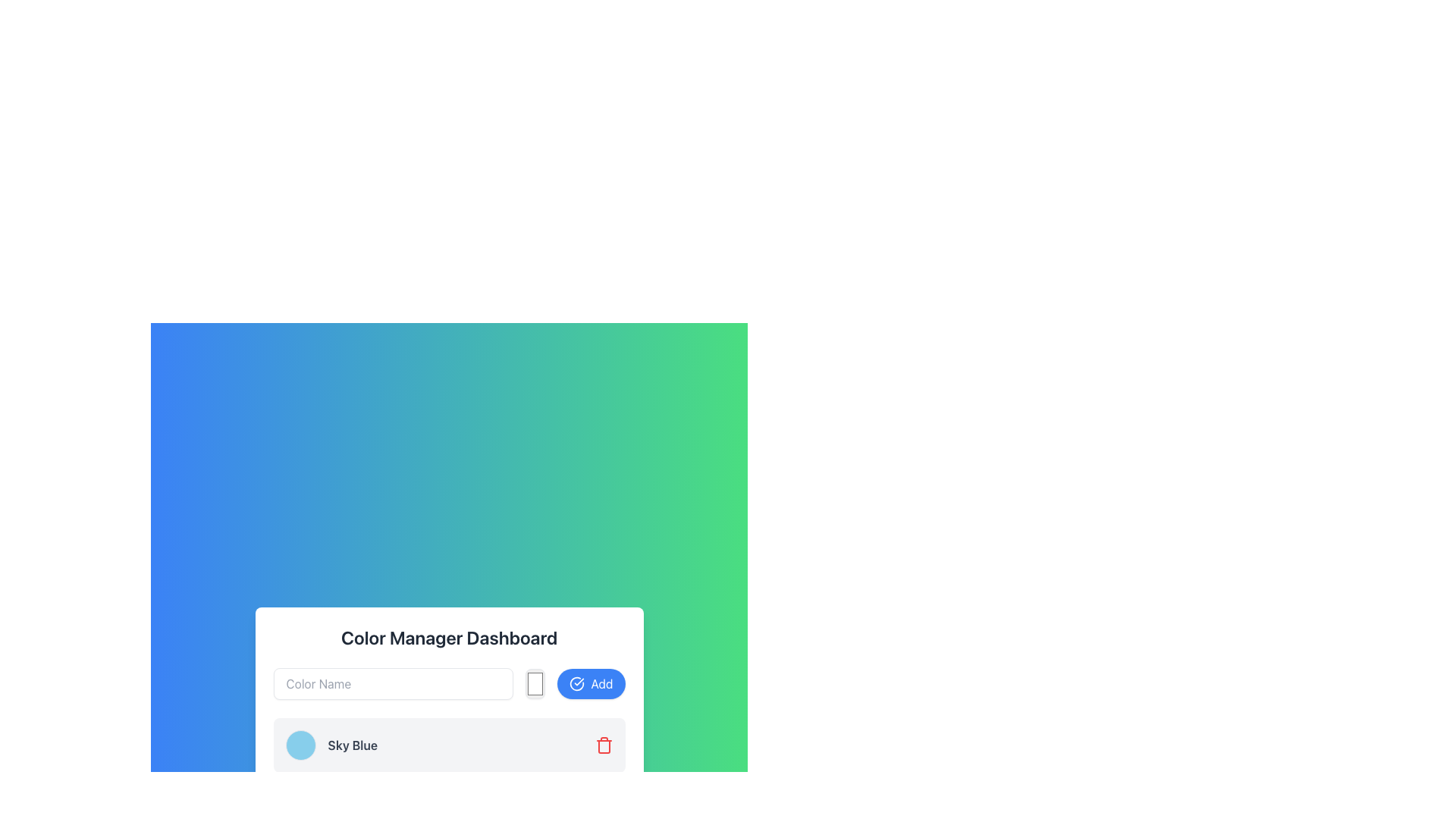  I want to click on the bright blue 'Add' button with a white checkmark icon, so click(590, 684).